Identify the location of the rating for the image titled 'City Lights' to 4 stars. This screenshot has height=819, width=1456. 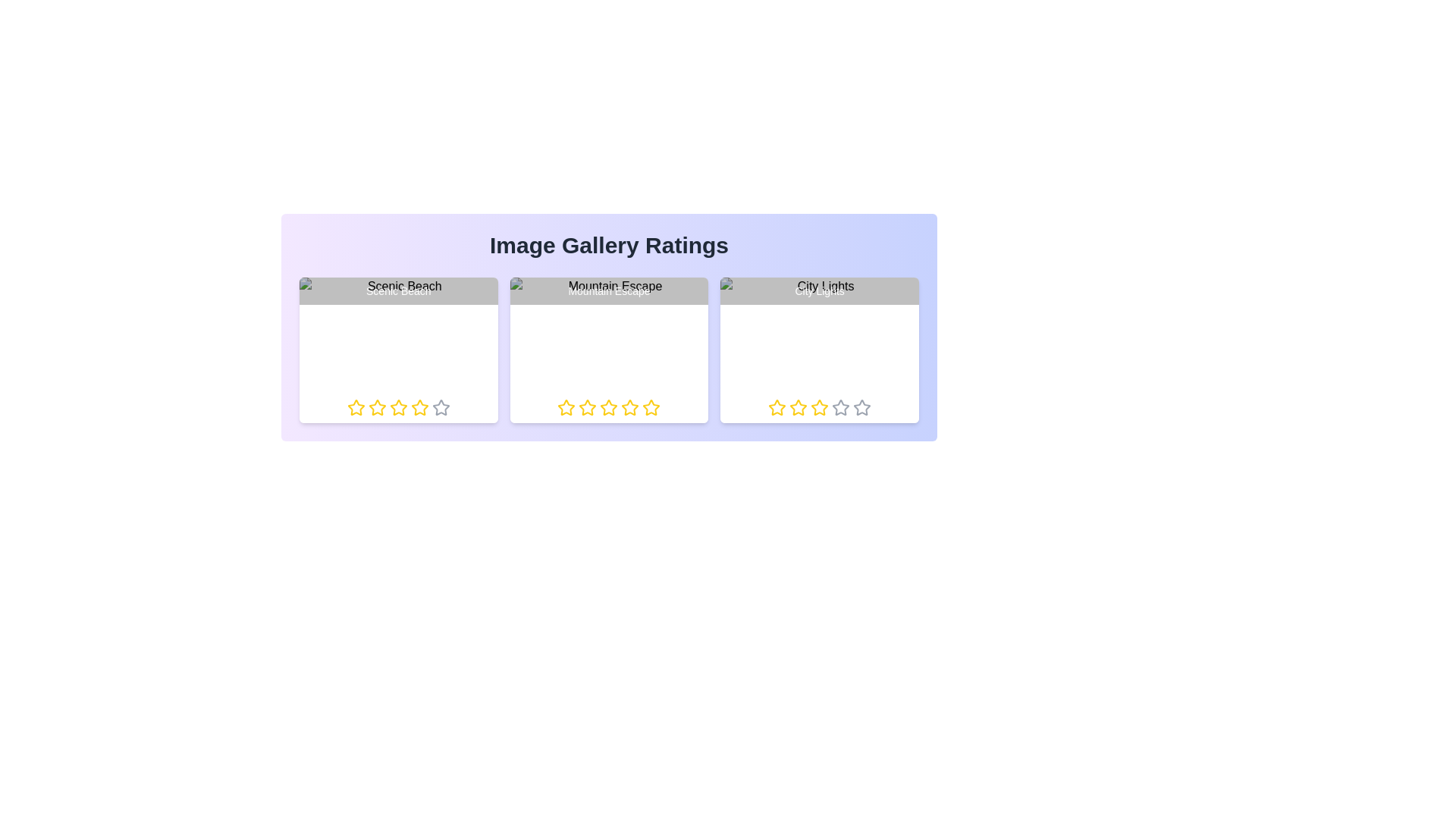
(831, 406).